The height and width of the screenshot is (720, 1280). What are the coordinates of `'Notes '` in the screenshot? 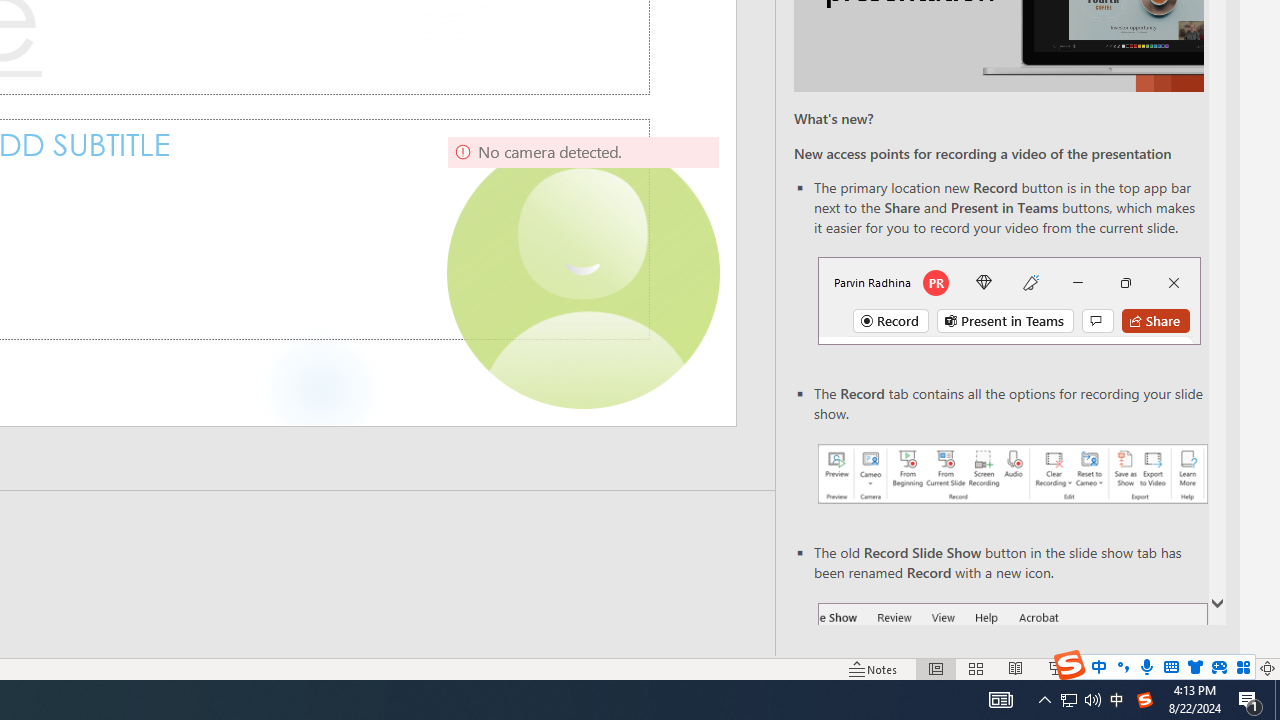 It's located at (874, 669).